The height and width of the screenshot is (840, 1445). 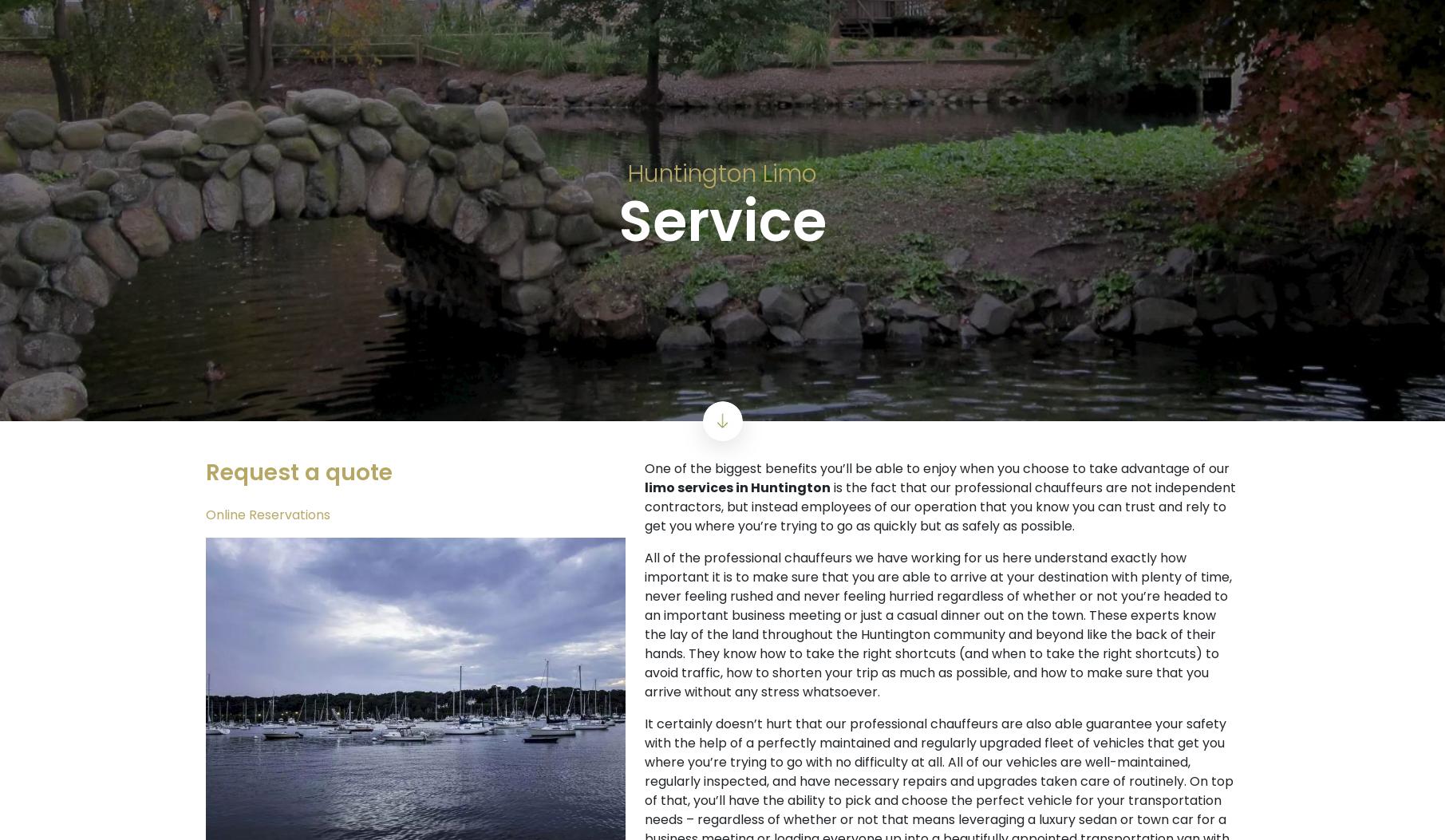 What do you see at coordinates (929, 107) in the screenshot?
I see `'are available 24/7, and you can reserve our professional chauffeurs a month, a week, or even just a handful of hours ahead of time. You are always in the driver’s seat as far as scheduling is concerned, while our professional chauffeurs handle the heavy lifting of getting you where you are headed!'` at bounding box center [929, 107].